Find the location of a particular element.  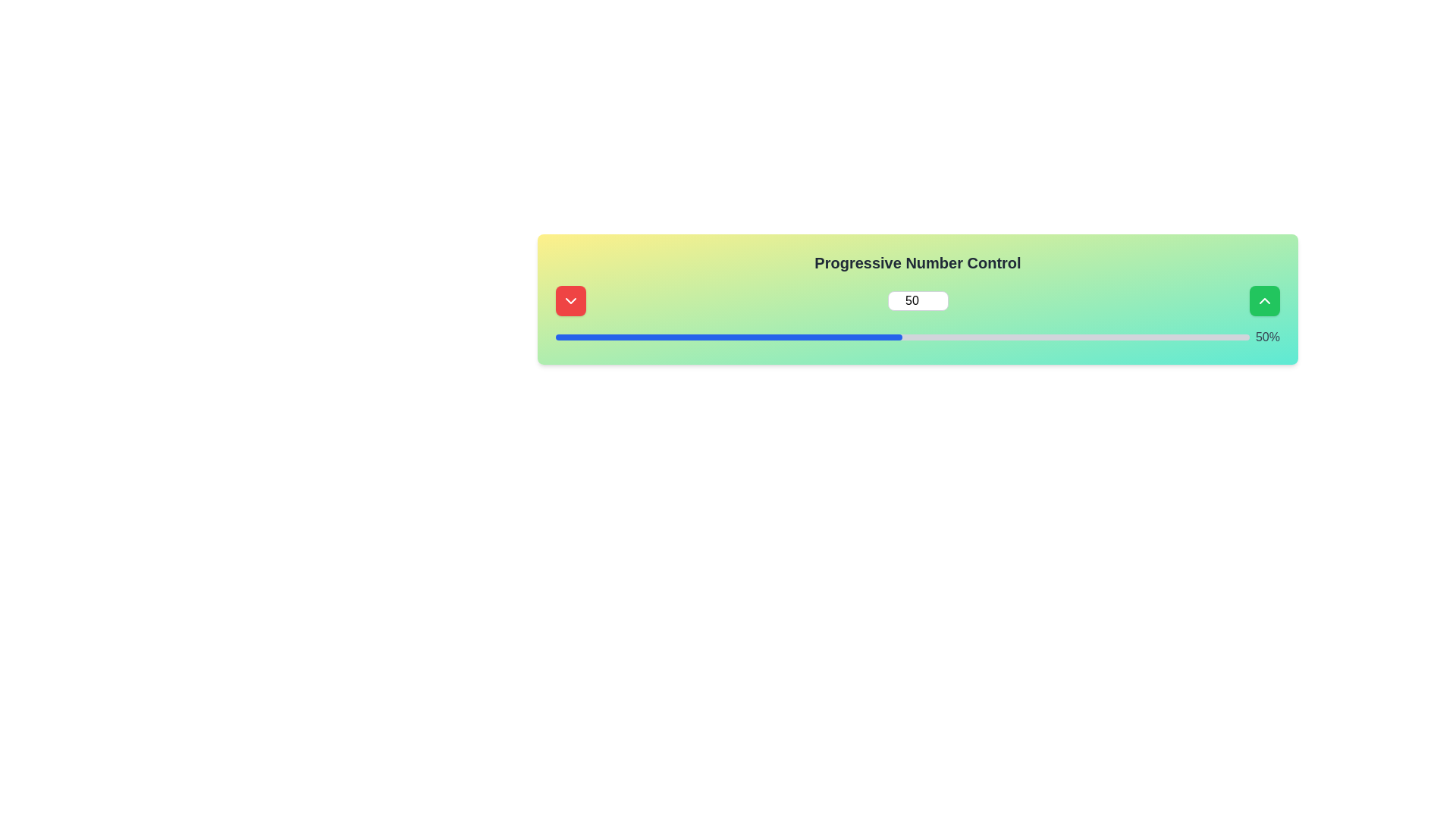

the slider value is located at coordinates (846, 336).